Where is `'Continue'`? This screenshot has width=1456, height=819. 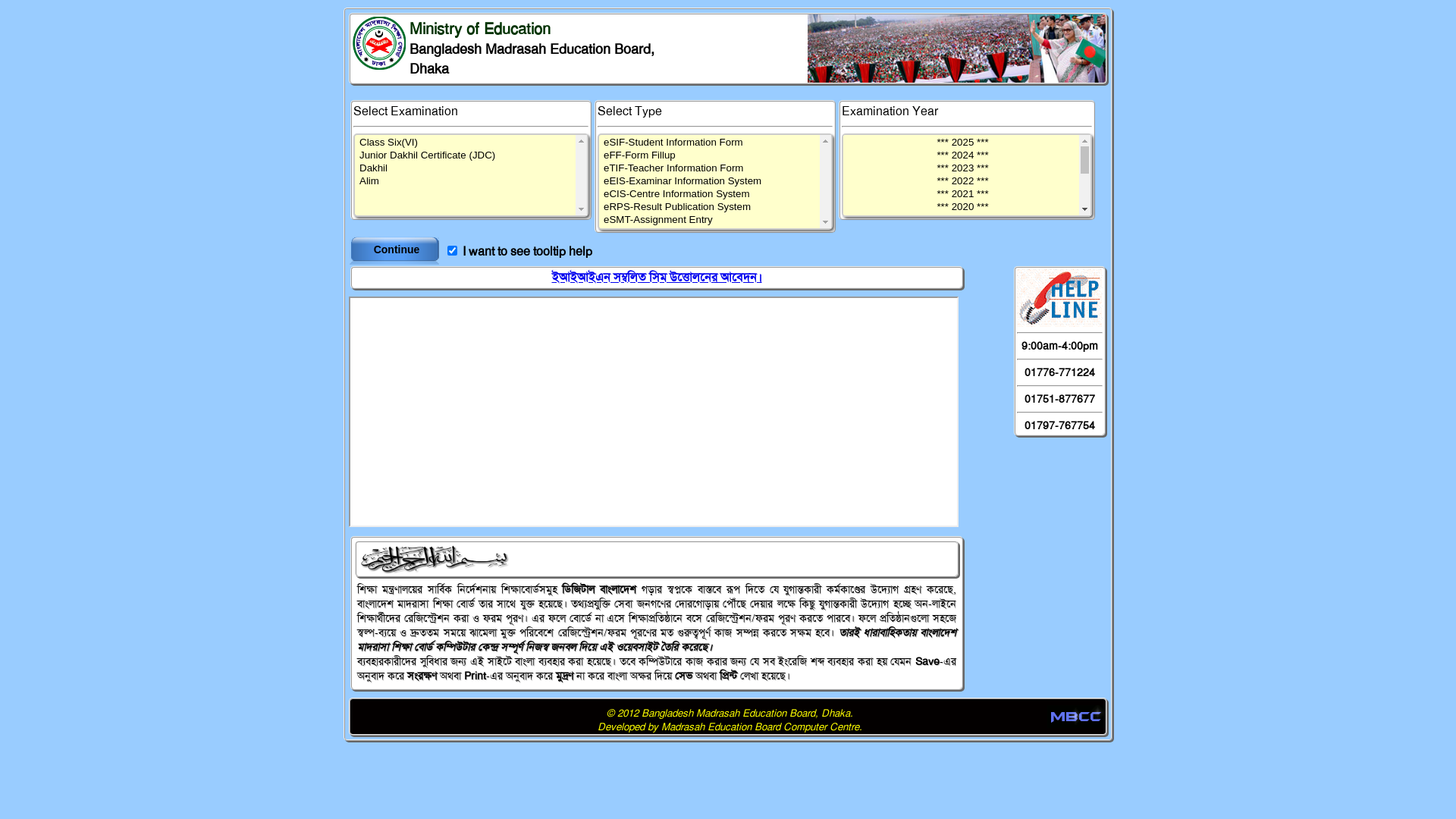 'Continue' is located at coordinates (397, 248).